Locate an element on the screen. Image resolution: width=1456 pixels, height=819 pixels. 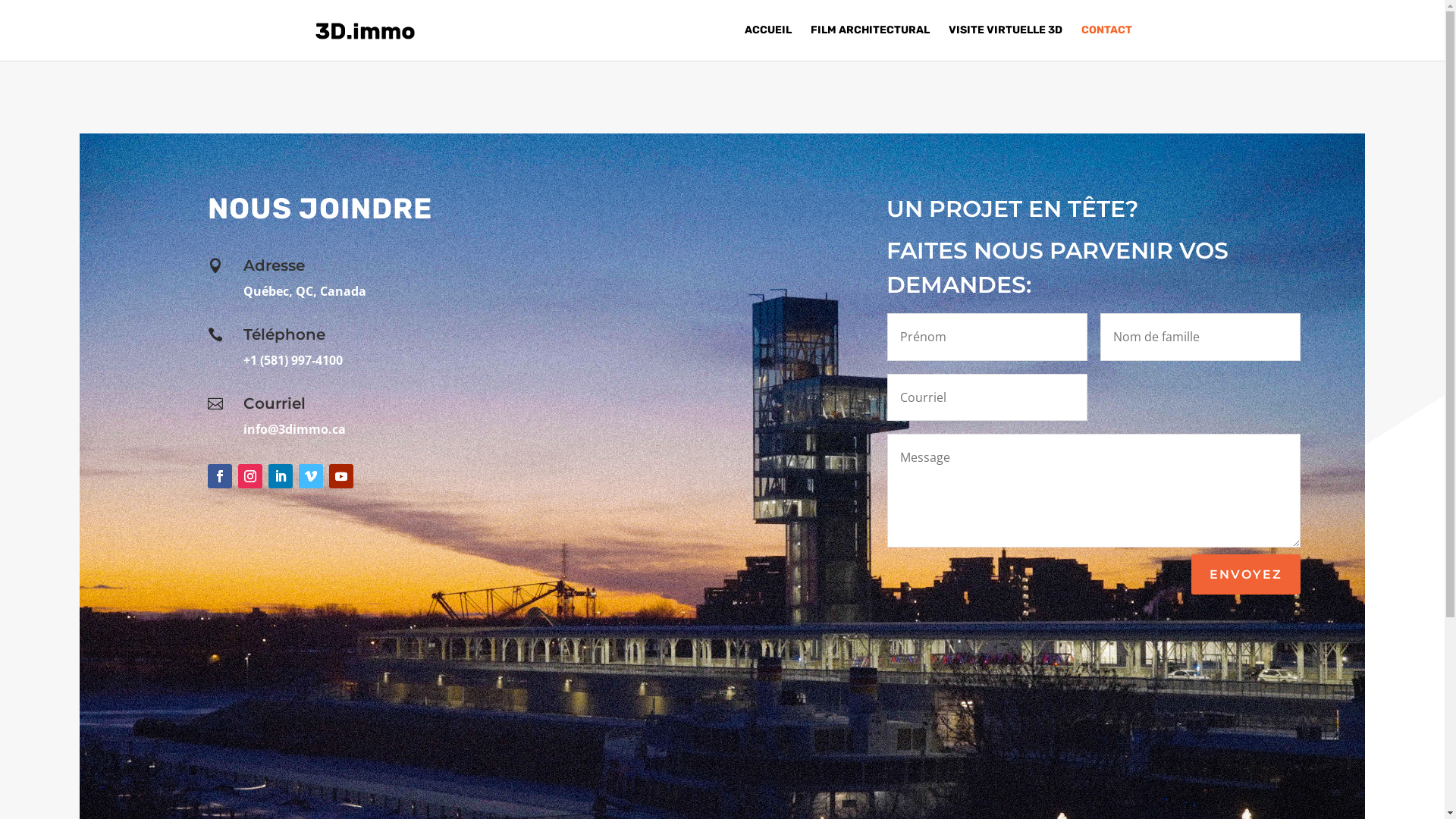
'VISITE VIRTUELLE 3D' is located at coordinates (1004, 42).